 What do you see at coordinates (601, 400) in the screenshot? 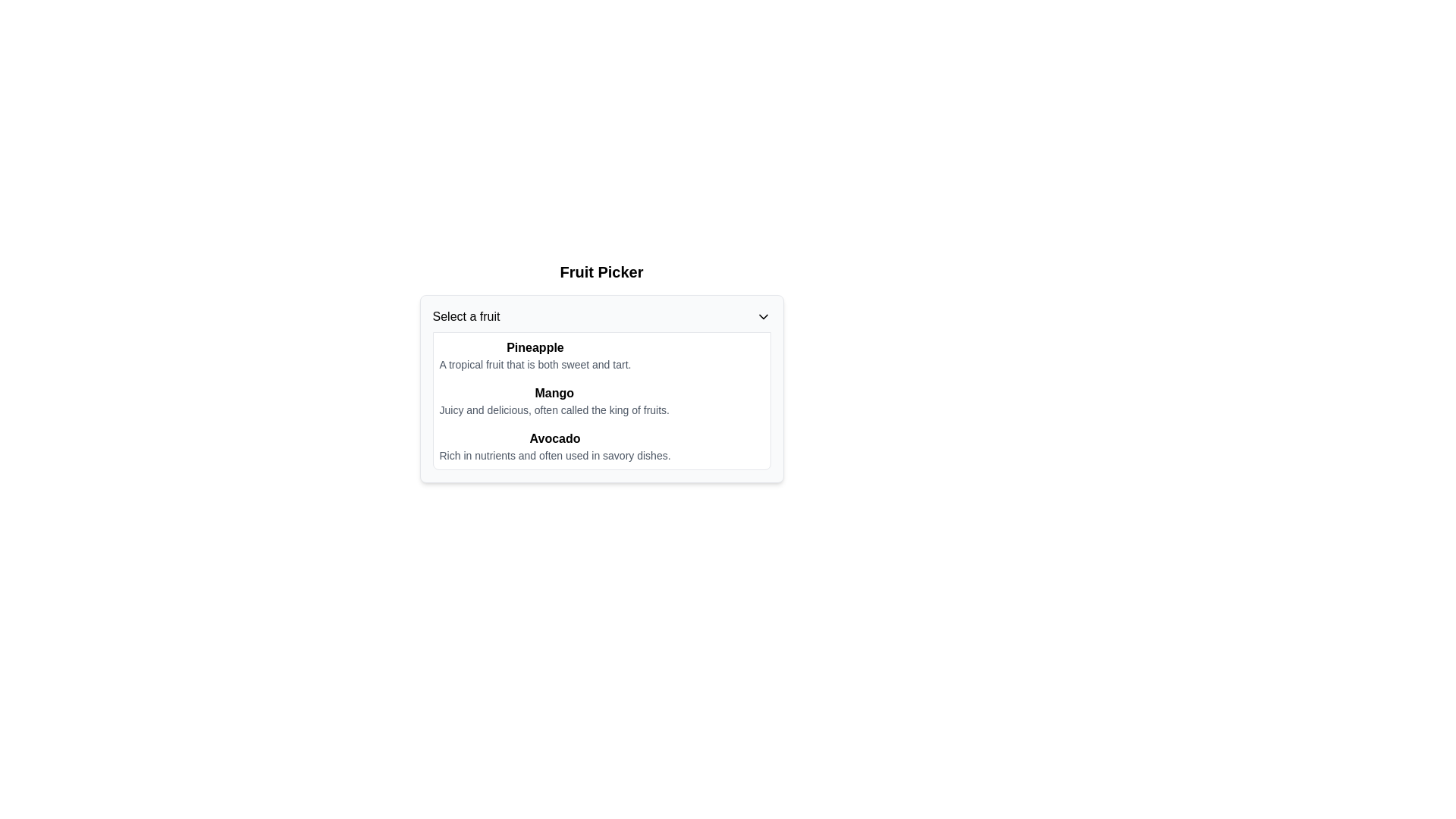
I see `the textual list item titled 'Mango' which describes it as 'Juicy and delicious, often called the king of fruits.'` at bounding box center [601, 400].